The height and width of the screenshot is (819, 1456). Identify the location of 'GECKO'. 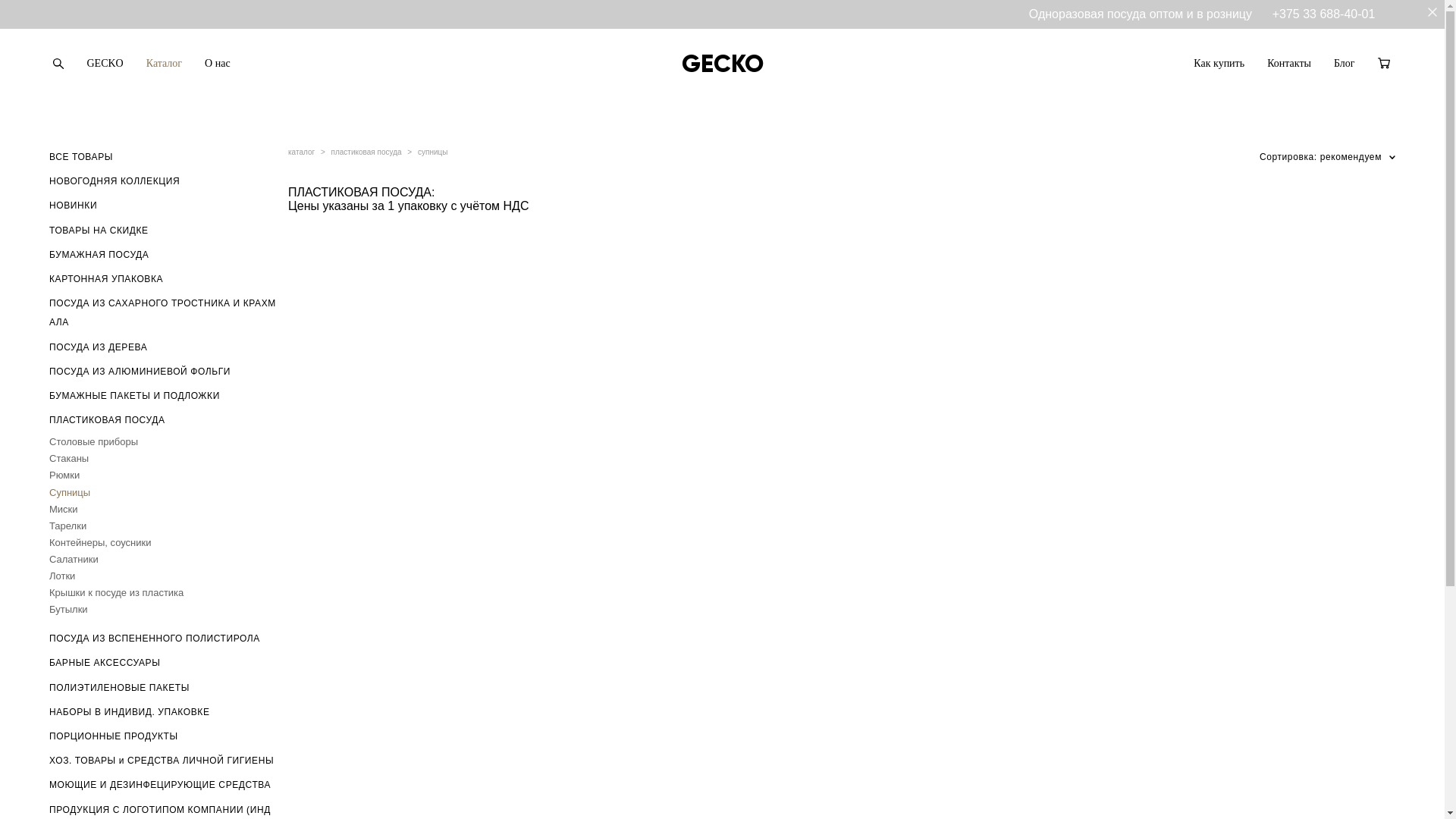
(720, 63).